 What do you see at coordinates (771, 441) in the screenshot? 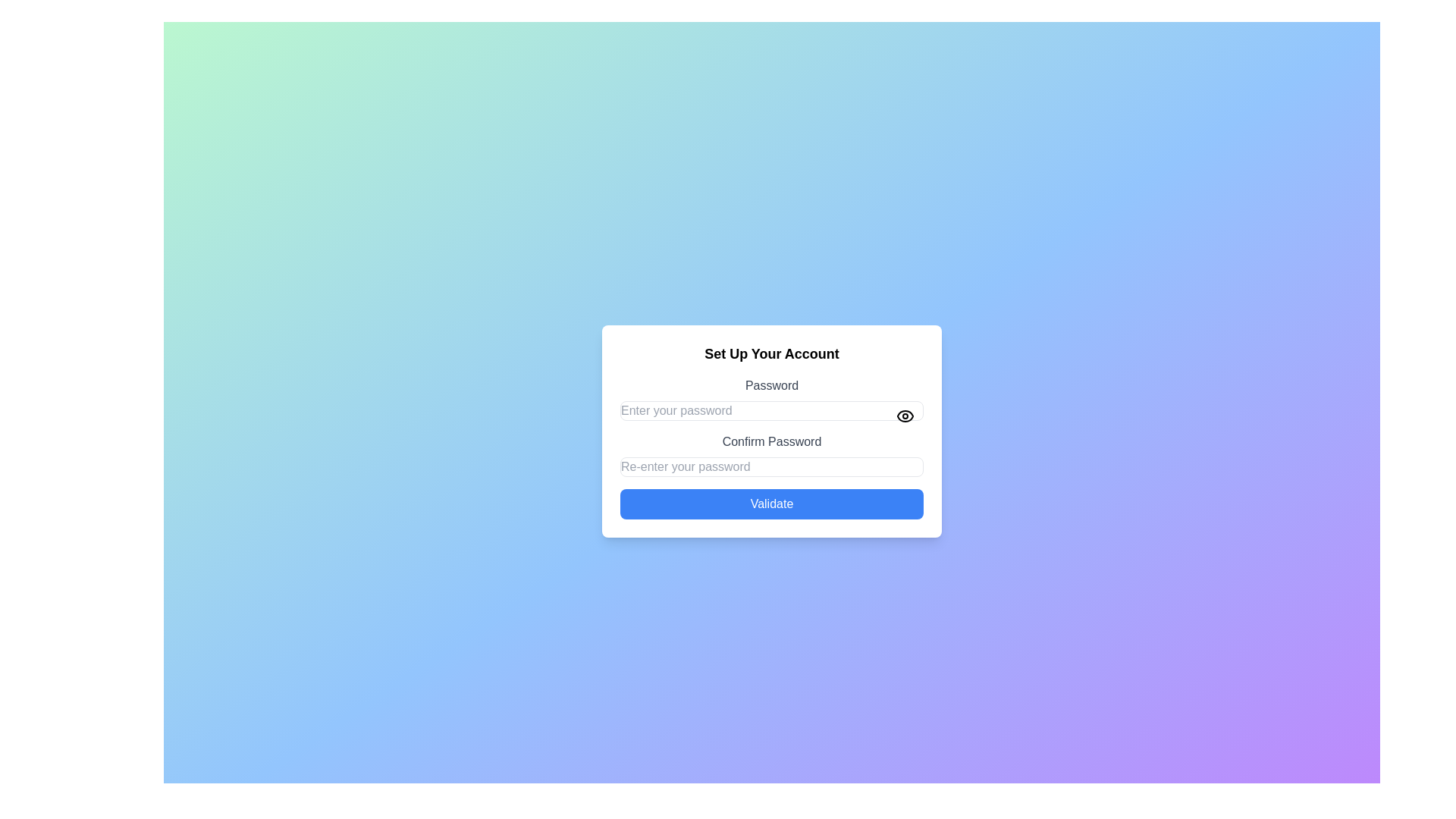
I see `text from the label indicating the purpose of the input field for confirming passwords, which is located above the input field labeled 'Confirm Password'` at bounding box center [771, 441].